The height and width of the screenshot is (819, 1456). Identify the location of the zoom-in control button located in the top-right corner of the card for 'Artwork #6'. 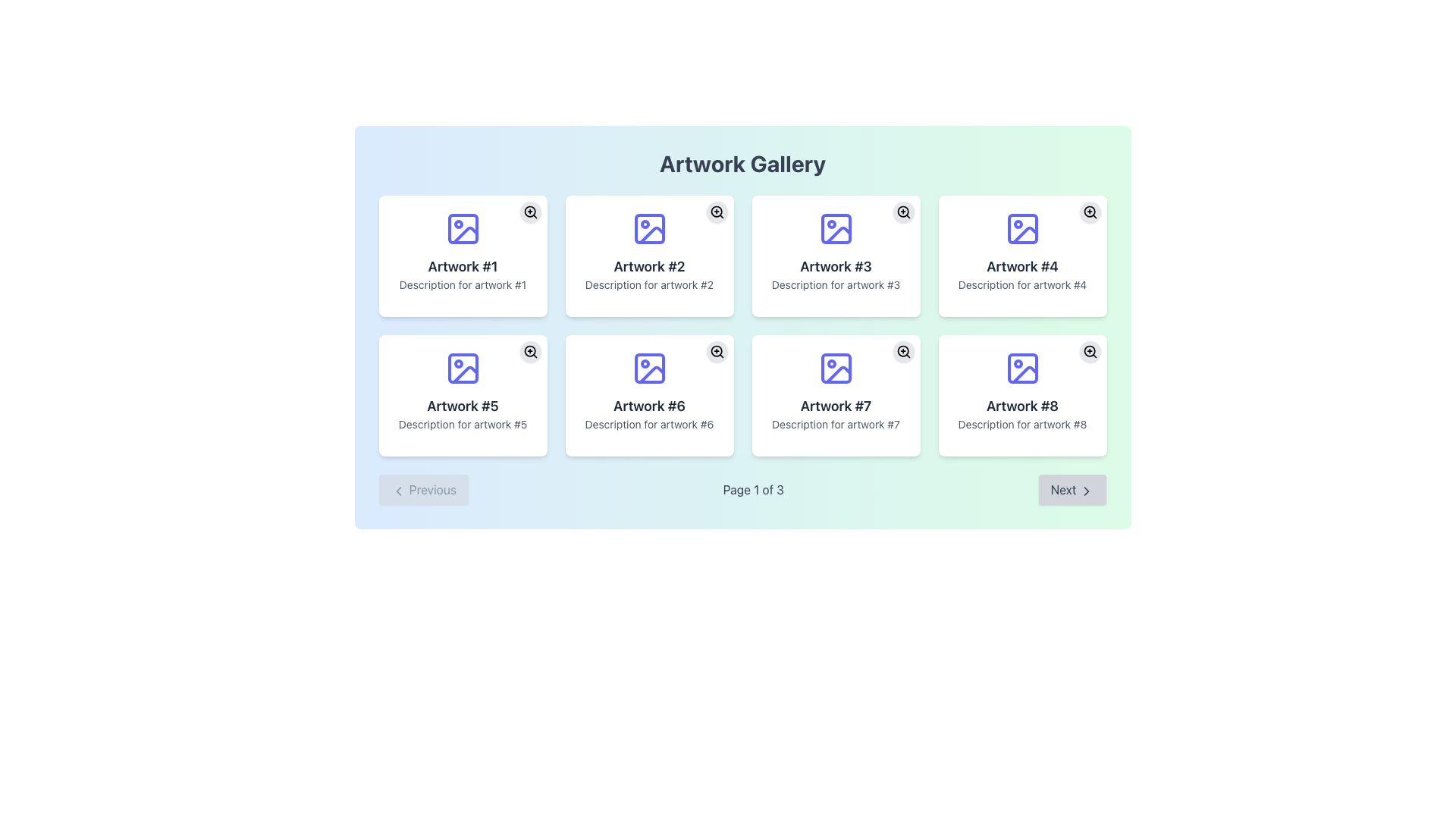
(716, 351).